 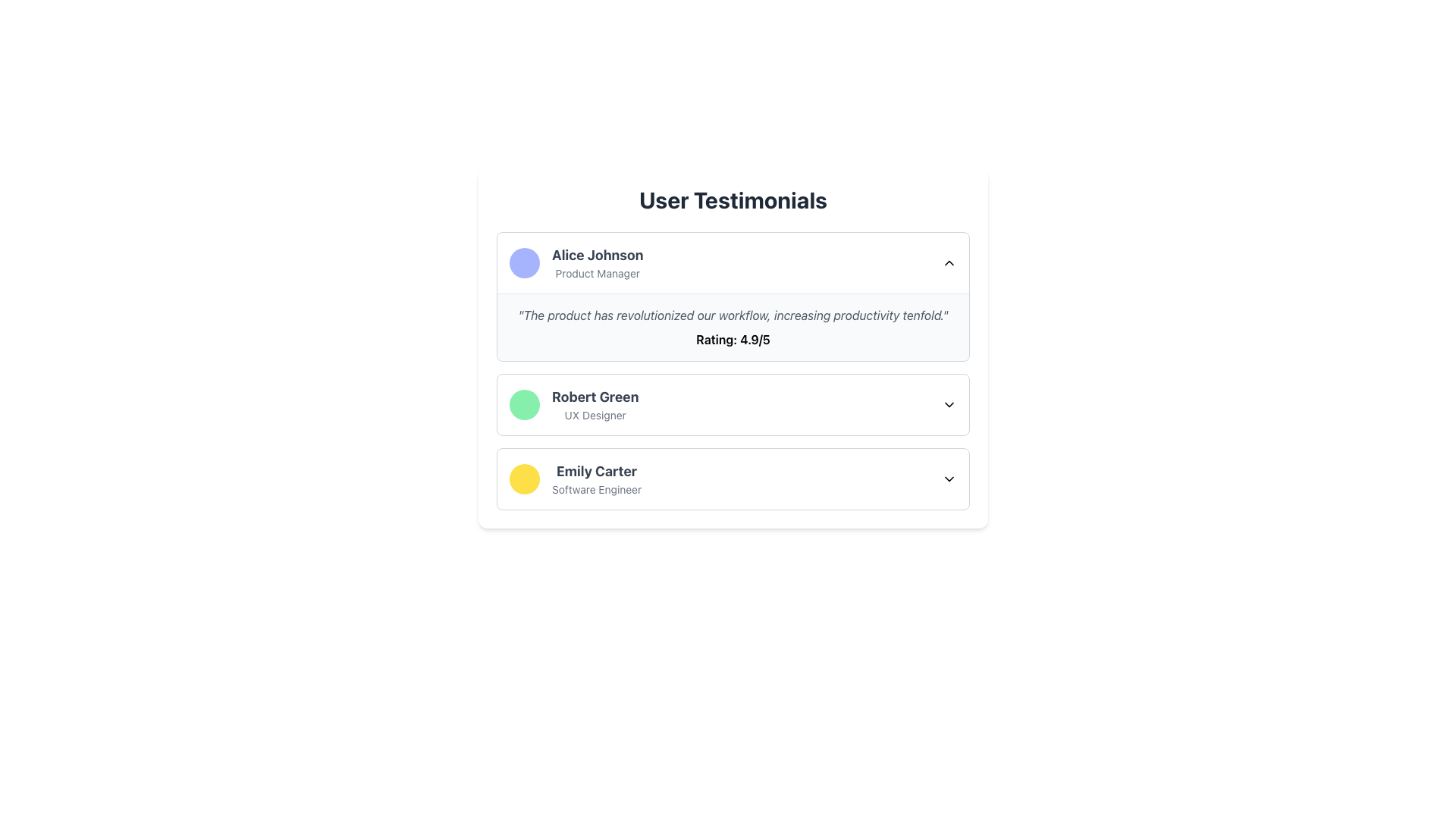 I want to click on text label displaying 'Software Engineer' located below the name 'Emily Carter' in the testimonial card layout, so click(x=596, y=489).